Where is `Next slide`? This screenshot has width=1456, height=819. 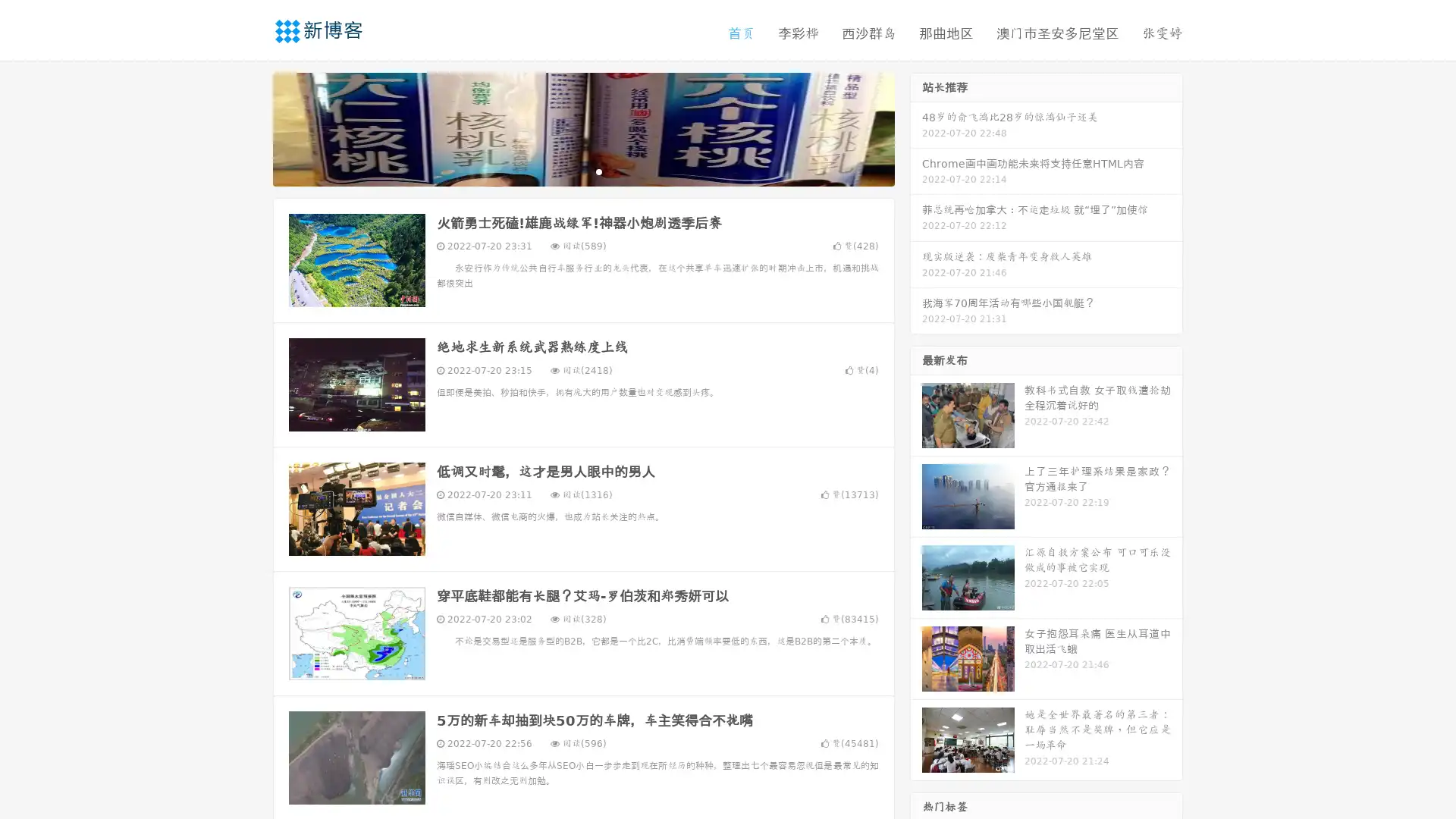
Next slide is located at coordinates (916, 127).